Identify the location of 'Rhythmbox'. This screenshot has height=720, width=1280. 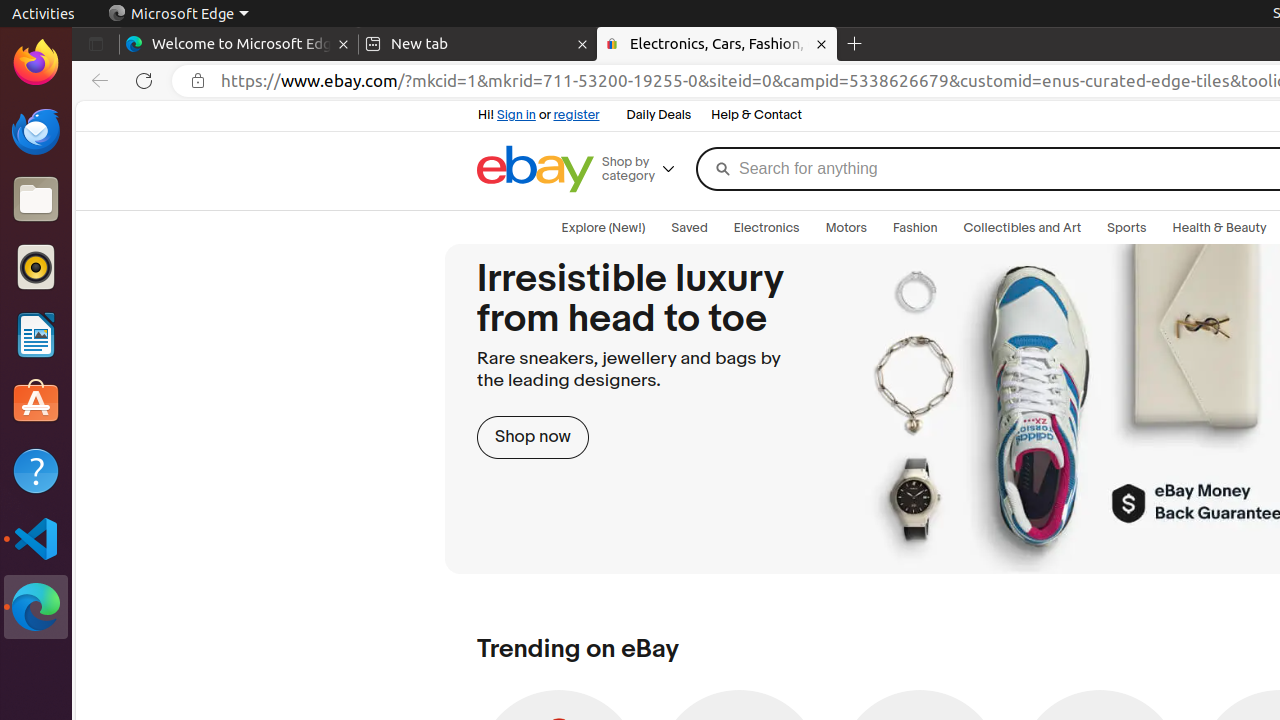
(35, 265).